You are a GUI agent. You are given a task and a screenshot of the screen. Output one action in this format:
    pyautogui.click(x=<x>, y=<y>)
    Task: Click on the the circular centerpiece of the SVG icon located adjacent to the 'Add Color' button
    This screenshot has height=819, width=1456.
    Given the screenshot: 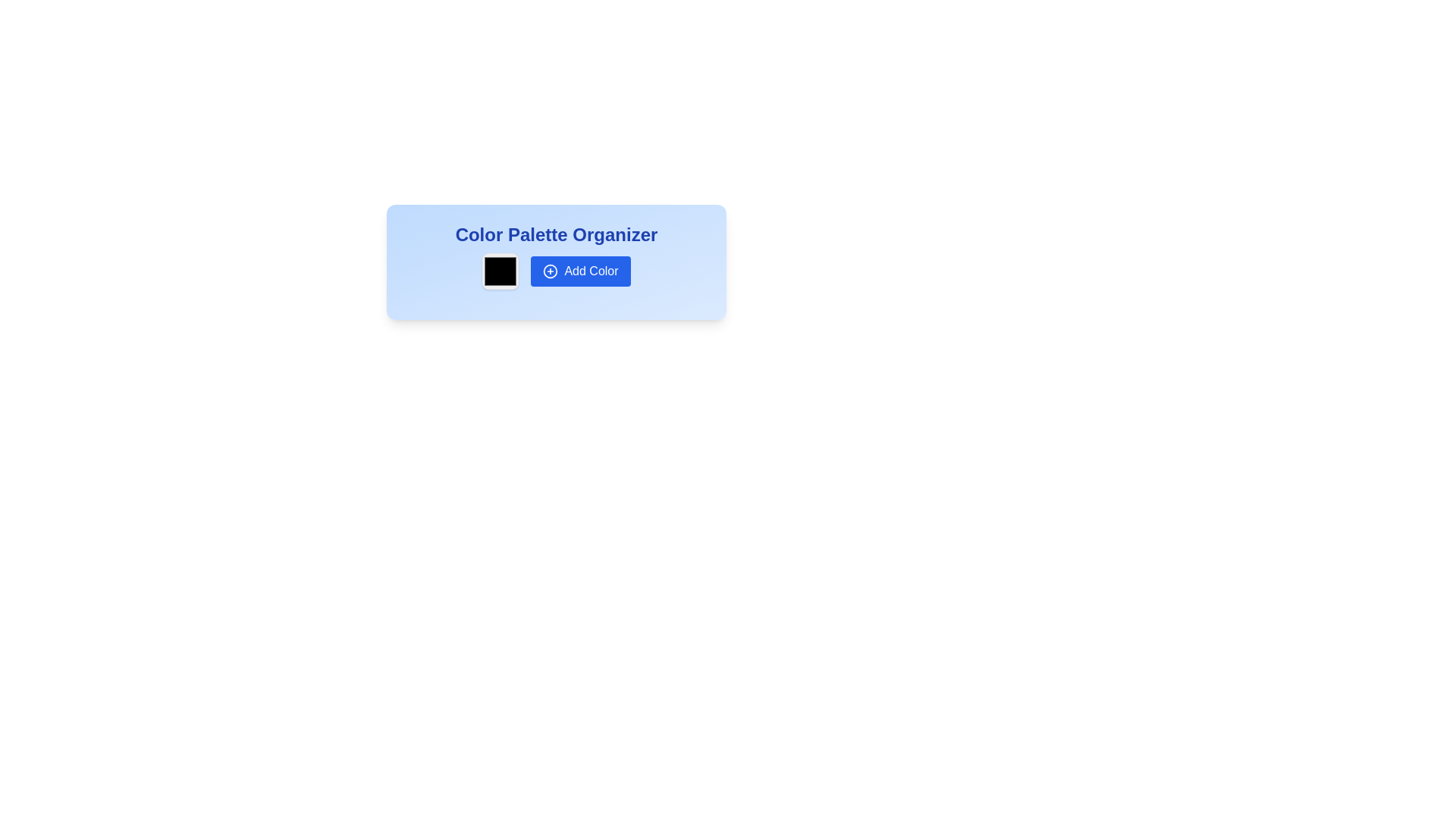 What is the action you would take?
    pyautogui.click(x=550, y=271)
    